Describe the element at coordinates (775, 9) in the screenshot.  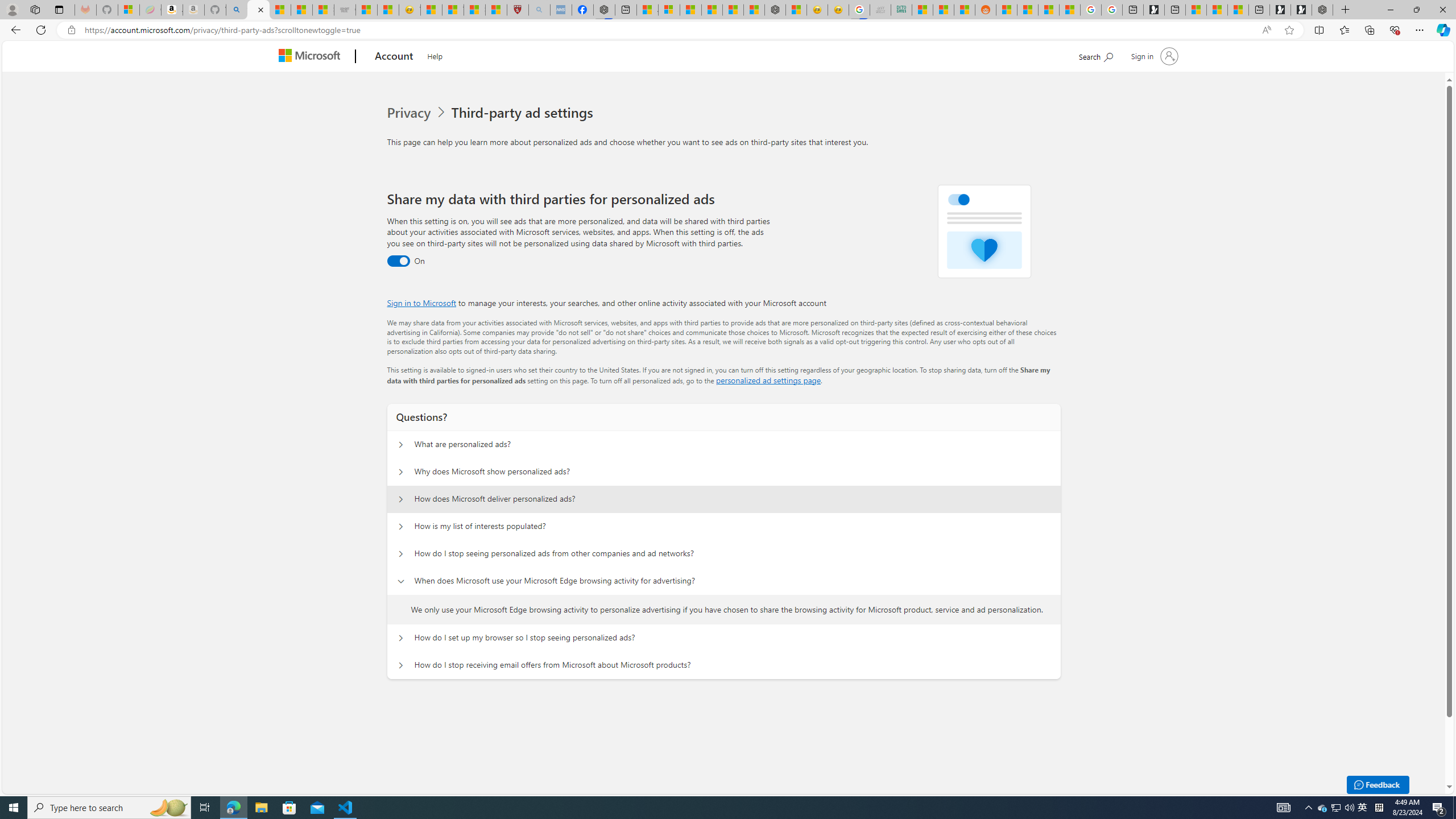
I see `'Nordace - #1 Japanese Best-Seller - Siena Smart Backpack'` at that location.